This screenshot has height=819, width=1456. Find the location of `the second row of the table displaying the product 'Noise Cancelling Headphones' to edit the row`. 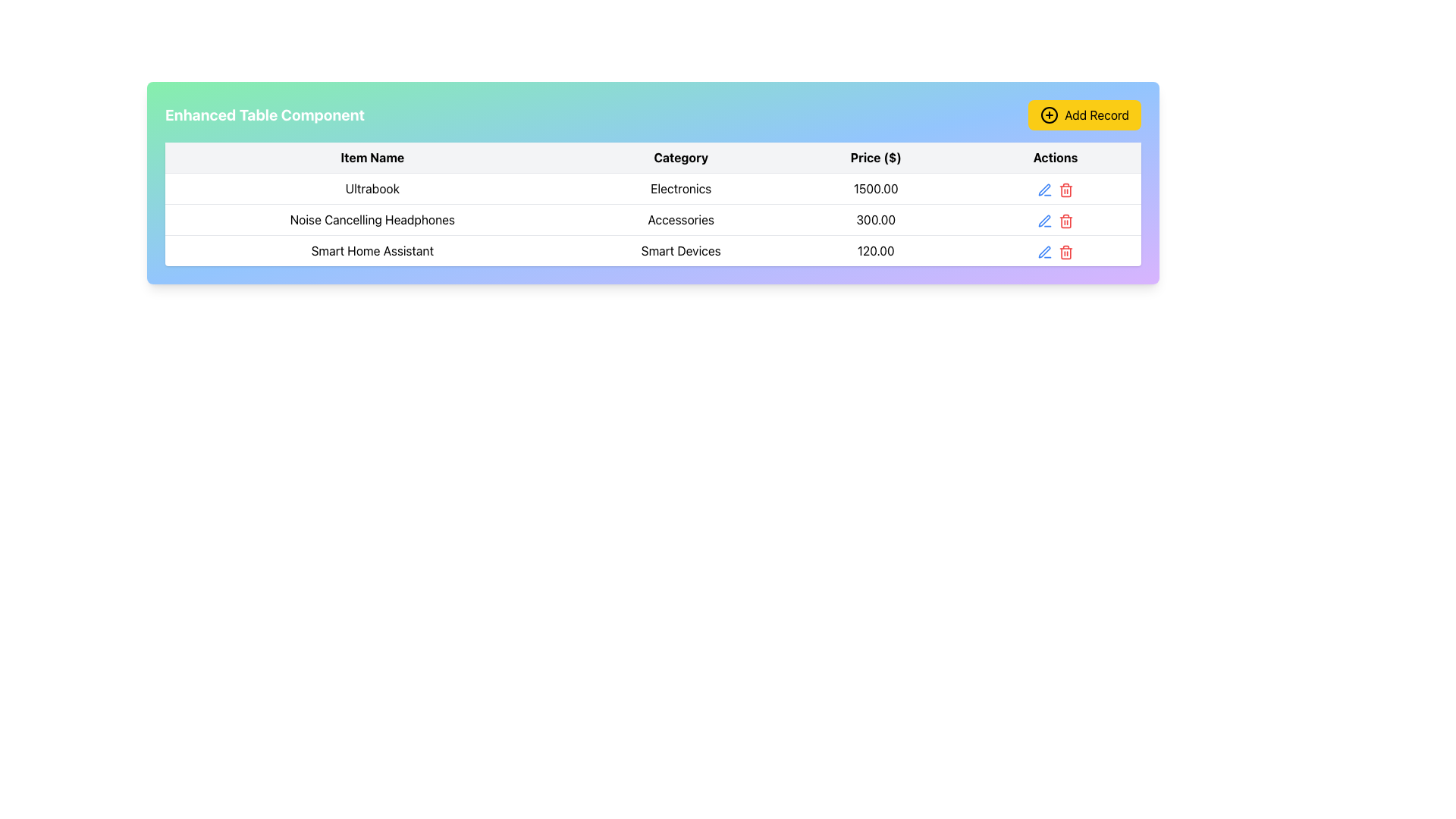

the second row of the table displaying the product 'Noise Cancelling Headphones' to edit the row is located at coordinates (653, 219).